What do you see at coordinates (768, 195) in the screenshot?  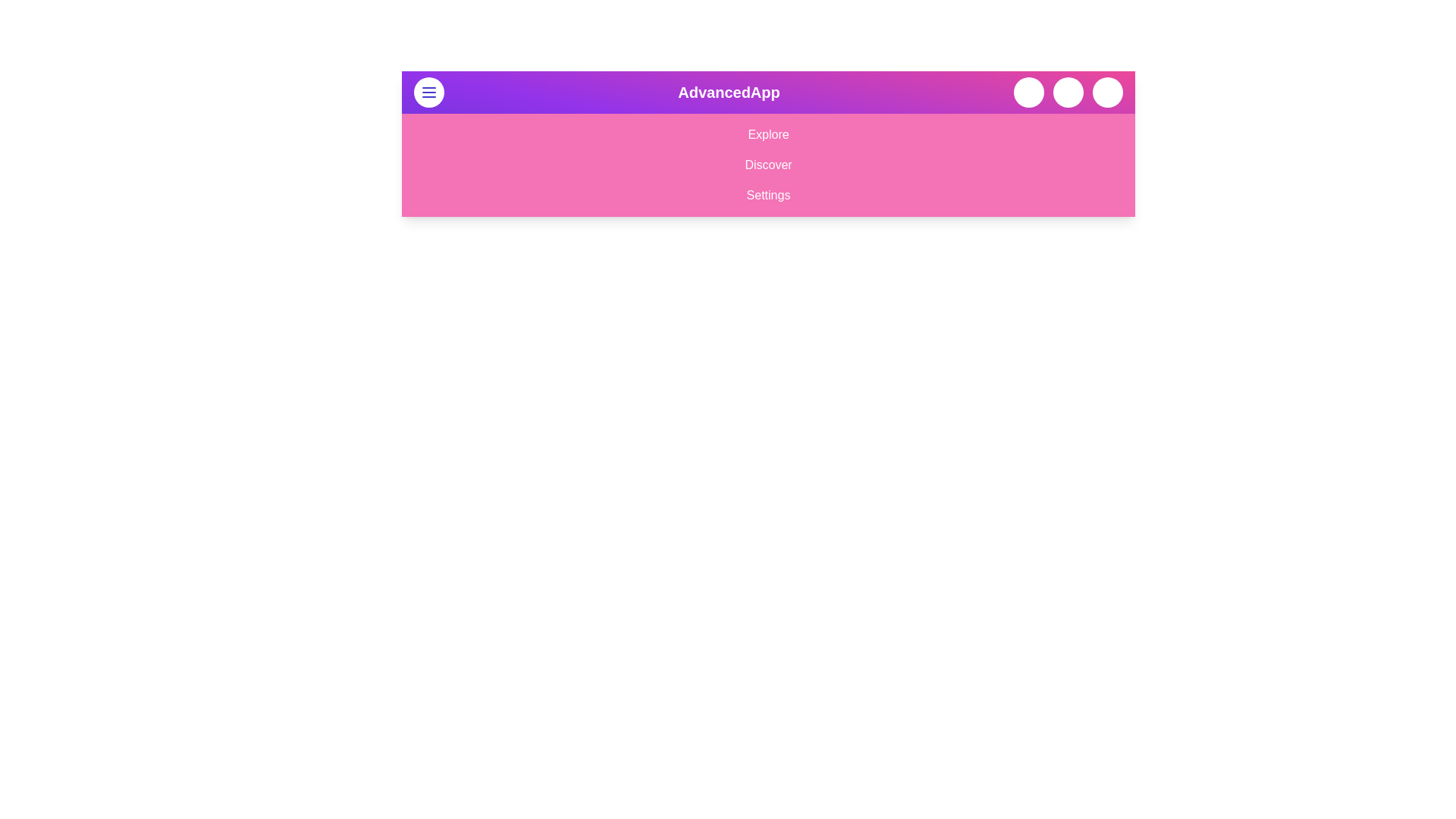 I see `the menu option Settings` at bounding box center [768, 195].